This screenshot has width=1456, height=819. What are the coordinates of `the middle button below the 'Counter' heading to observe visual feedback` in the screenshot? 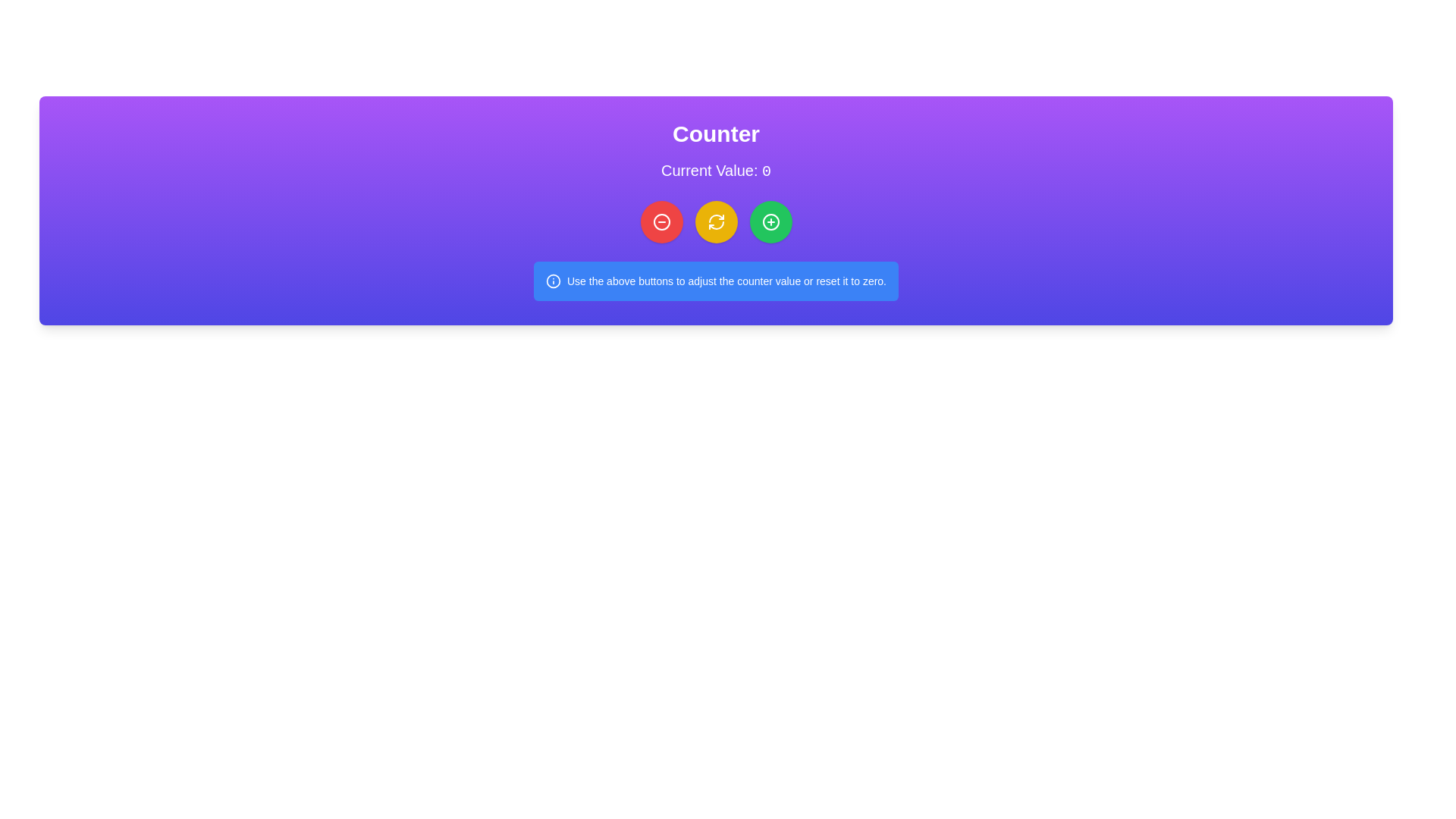 It's located at (715, 222).